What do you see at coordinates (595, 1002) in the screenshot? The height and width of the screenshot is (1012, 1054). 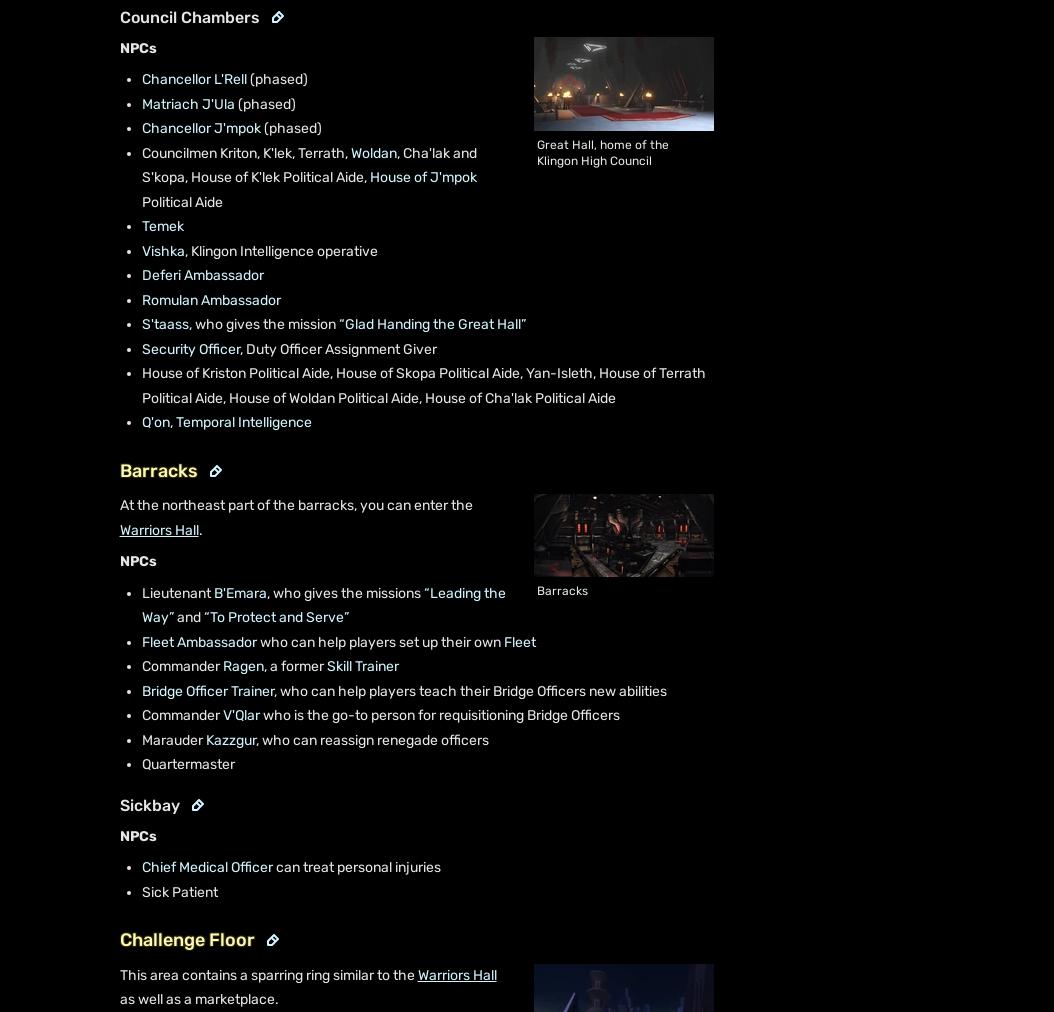 I see `'Global Sitemap'` at bounding box center [595, 1002].